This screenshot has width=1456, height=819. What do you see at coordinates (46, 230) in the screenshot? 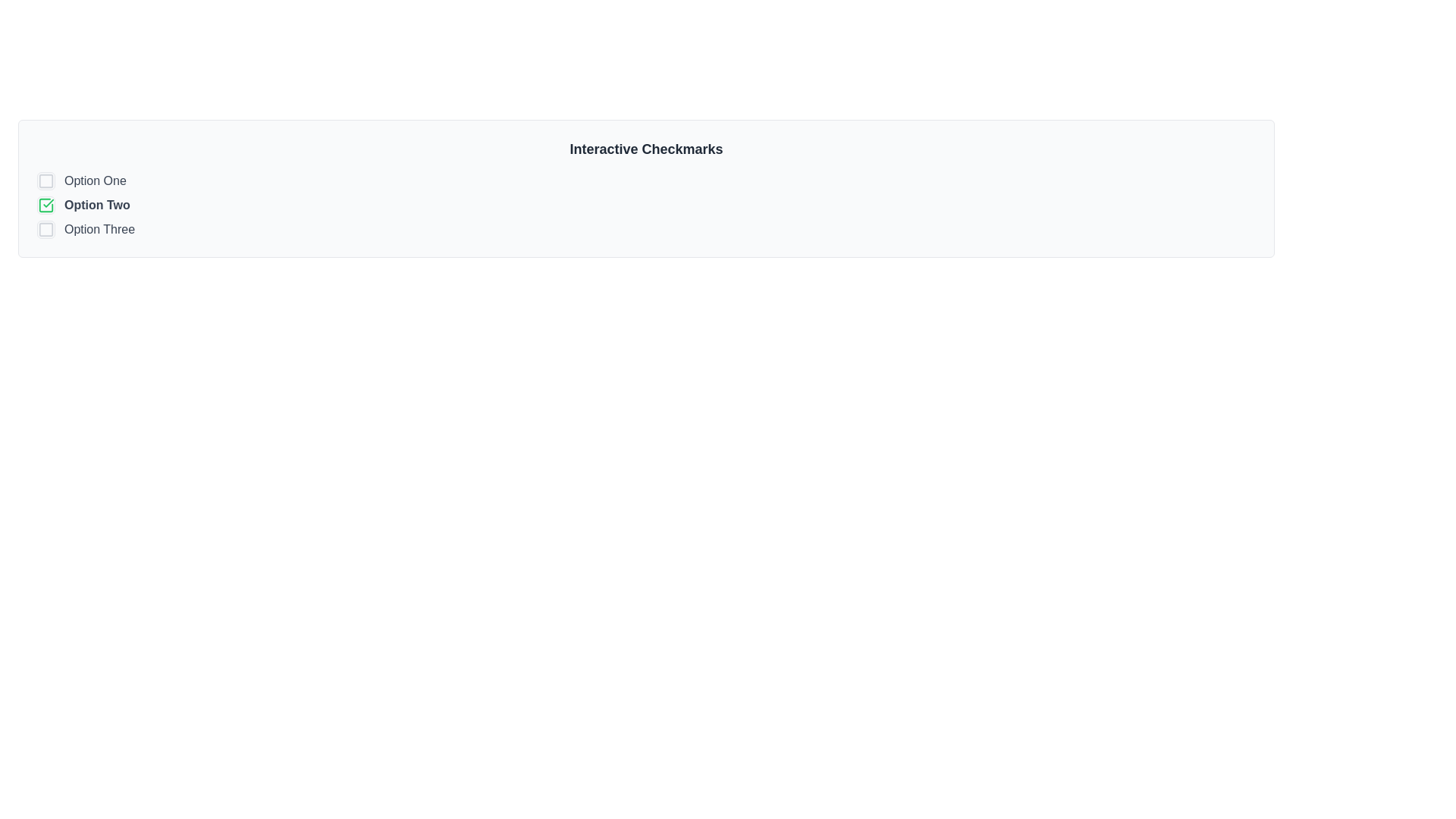
I see `the square Checkbox icon located to the left of the text 'Option Three'` at bounding box center [46, 230].